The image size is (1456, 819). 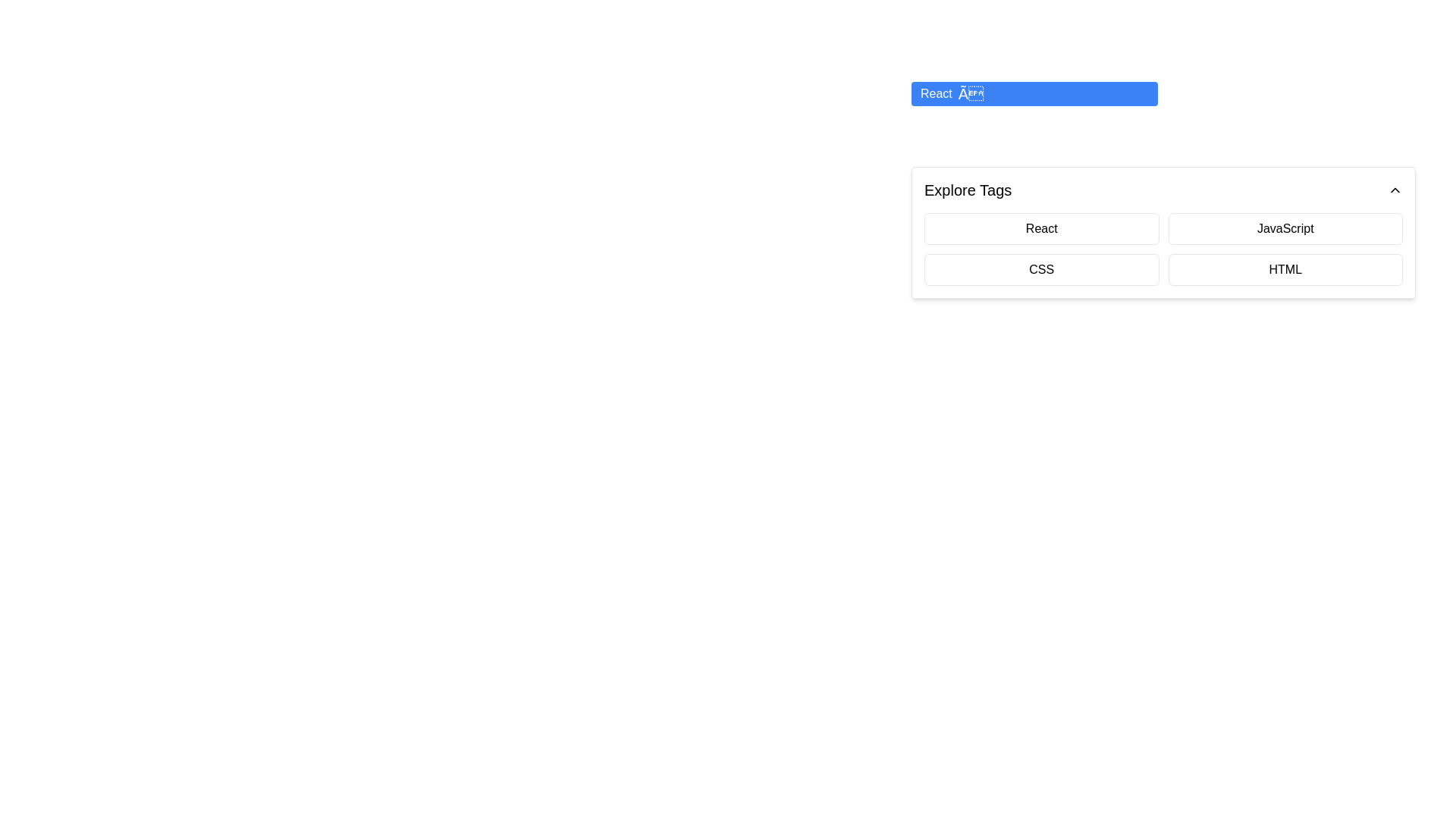 What do you see at coordinates (971, 93) in the screenshot?
I see `the blue close button labeled 'React'` at bounding box center [971, 93].